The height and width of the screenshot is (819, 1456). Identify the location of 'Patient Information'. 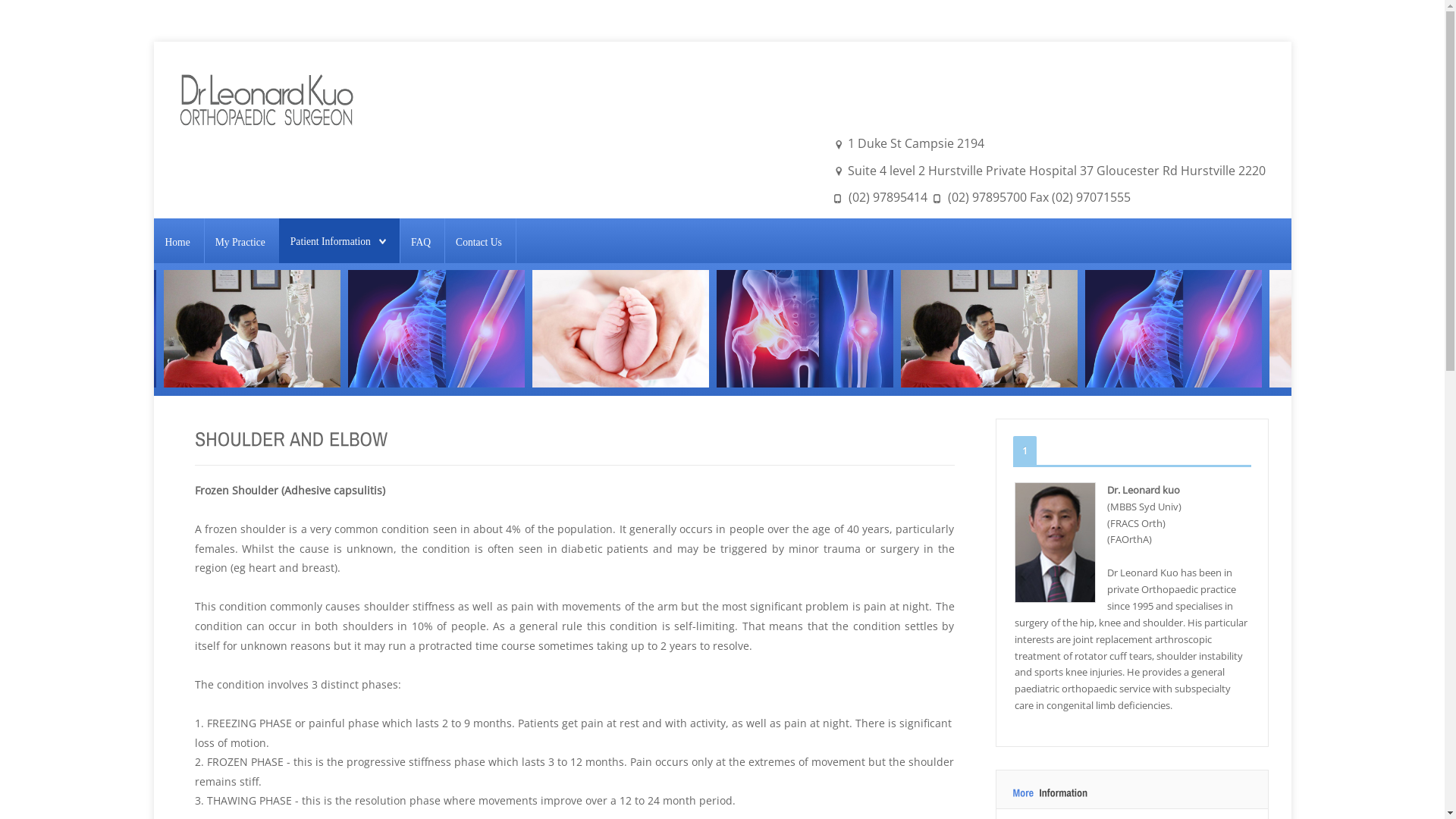
(337, 241).